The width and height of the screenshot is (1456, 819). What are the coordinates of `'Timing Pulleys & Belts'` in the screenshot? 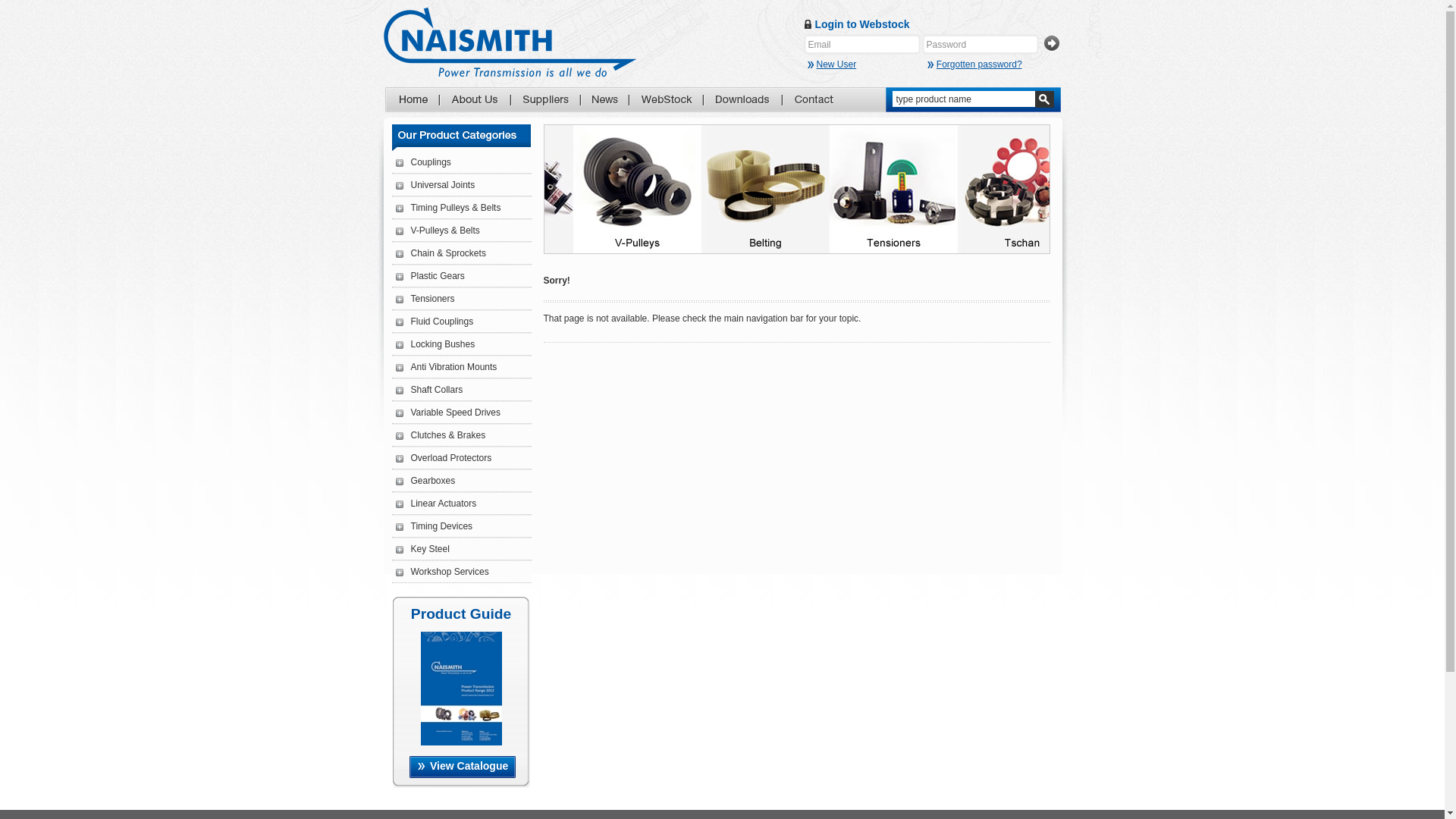 It's located at (447, 207).